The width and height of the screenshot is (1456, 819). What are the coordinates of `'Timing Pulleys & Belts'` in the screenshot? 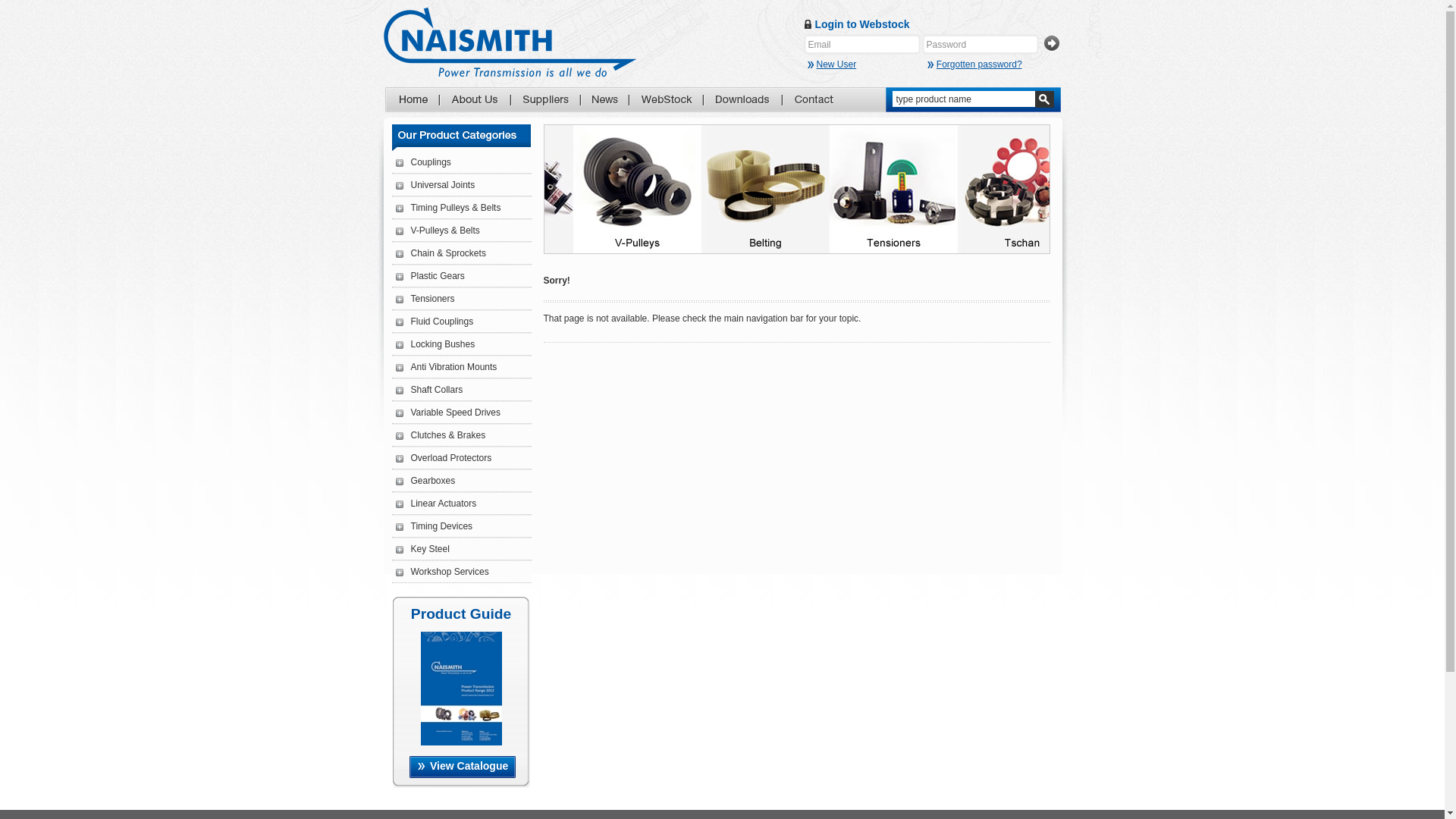 It's located at (447, 207).